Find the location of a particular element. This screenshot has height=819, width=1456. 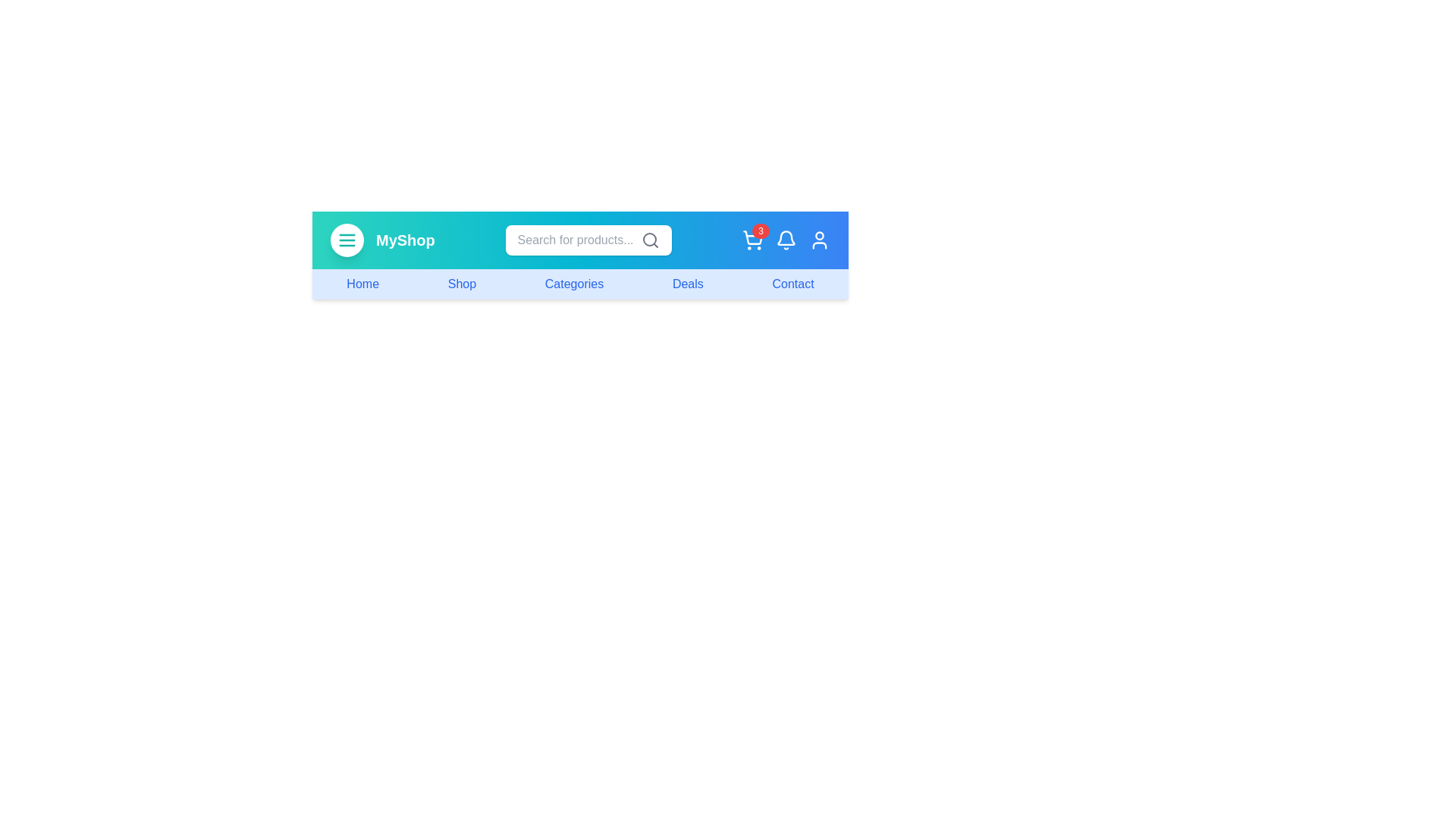

menu button to toggle the visibility of the navigation menu is located at coordinates (346, 239).